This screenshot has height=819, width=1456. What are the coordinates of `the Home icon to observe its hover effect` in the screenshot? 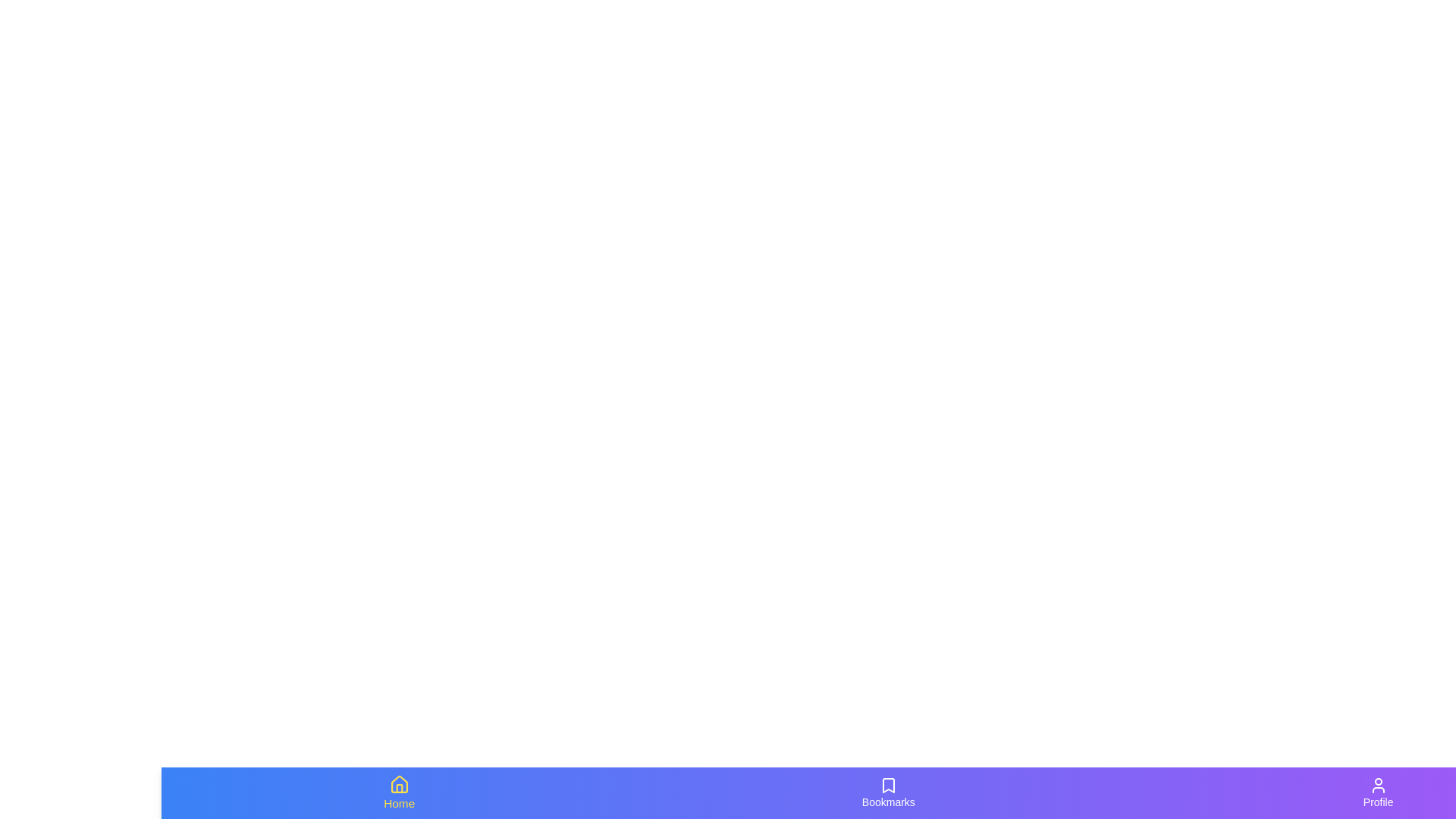 It's located at (400, 792).